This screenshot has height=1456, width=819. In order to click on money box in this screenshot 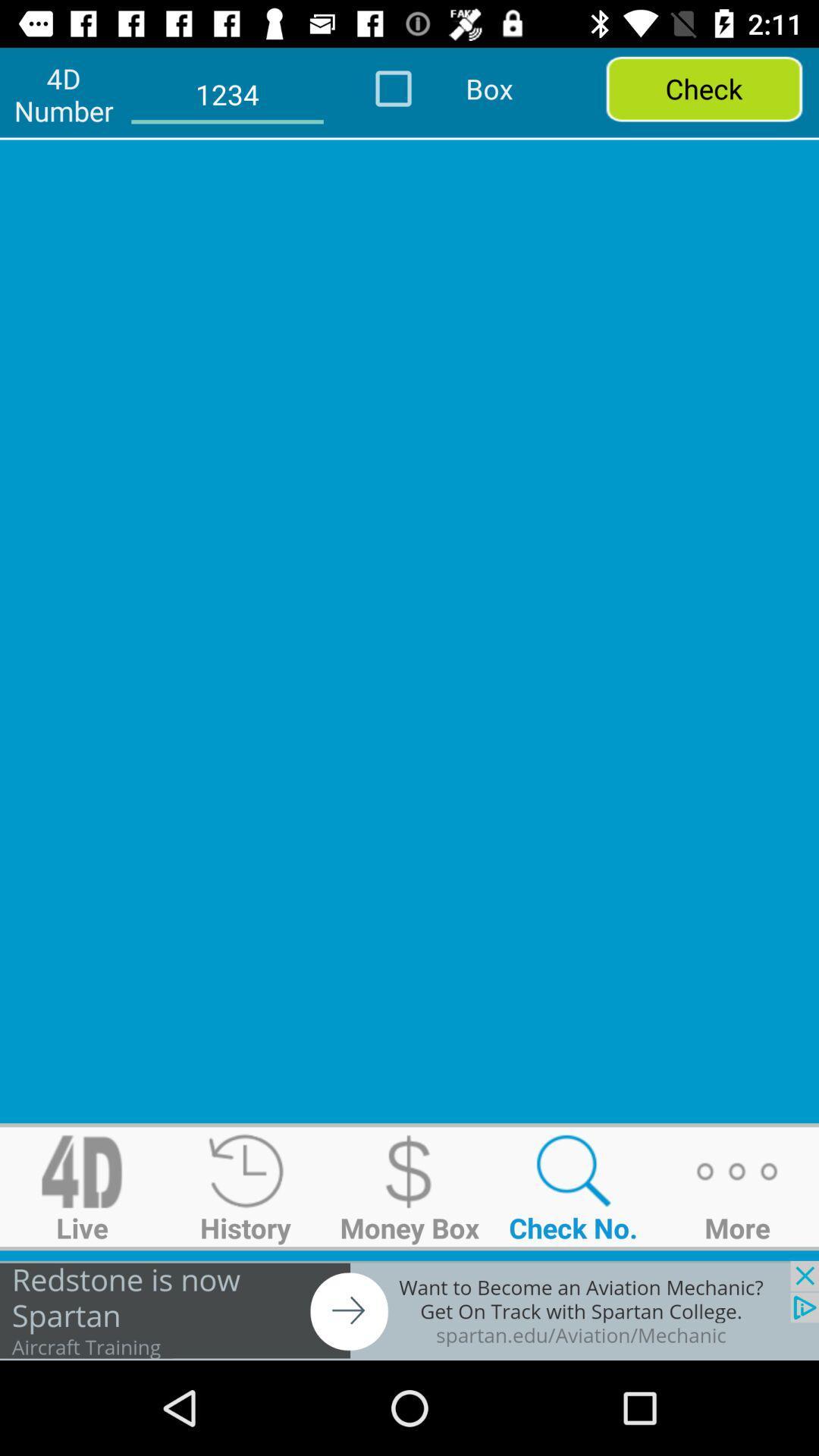, I will do `click(409, 1171)`.